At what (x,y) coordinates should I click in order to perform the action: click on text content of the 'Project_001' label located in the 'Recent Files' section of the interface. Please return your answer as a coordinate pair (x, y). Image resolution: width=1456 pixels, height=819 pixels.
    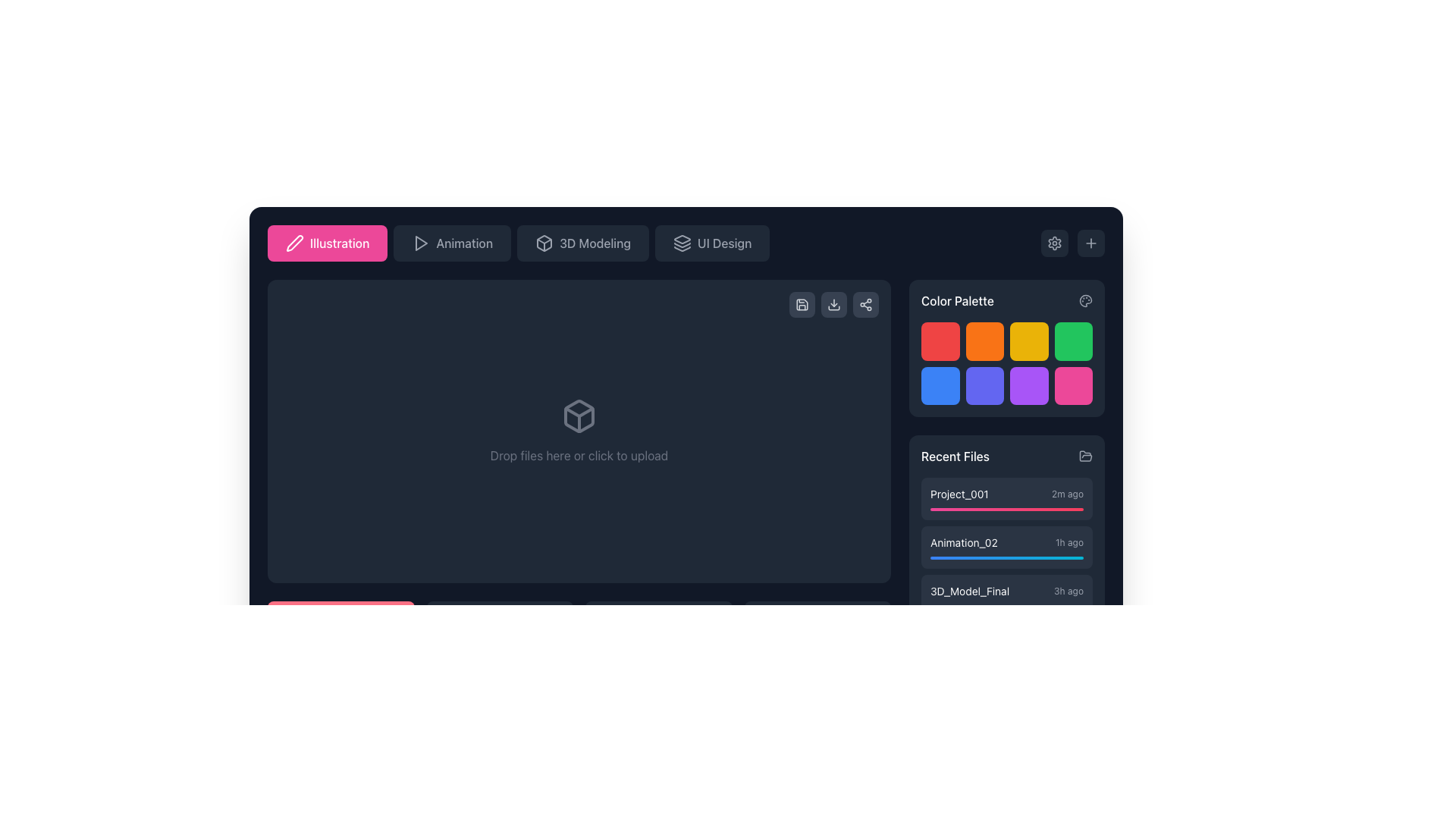
    Looking at the image, I should click on (959, 494).